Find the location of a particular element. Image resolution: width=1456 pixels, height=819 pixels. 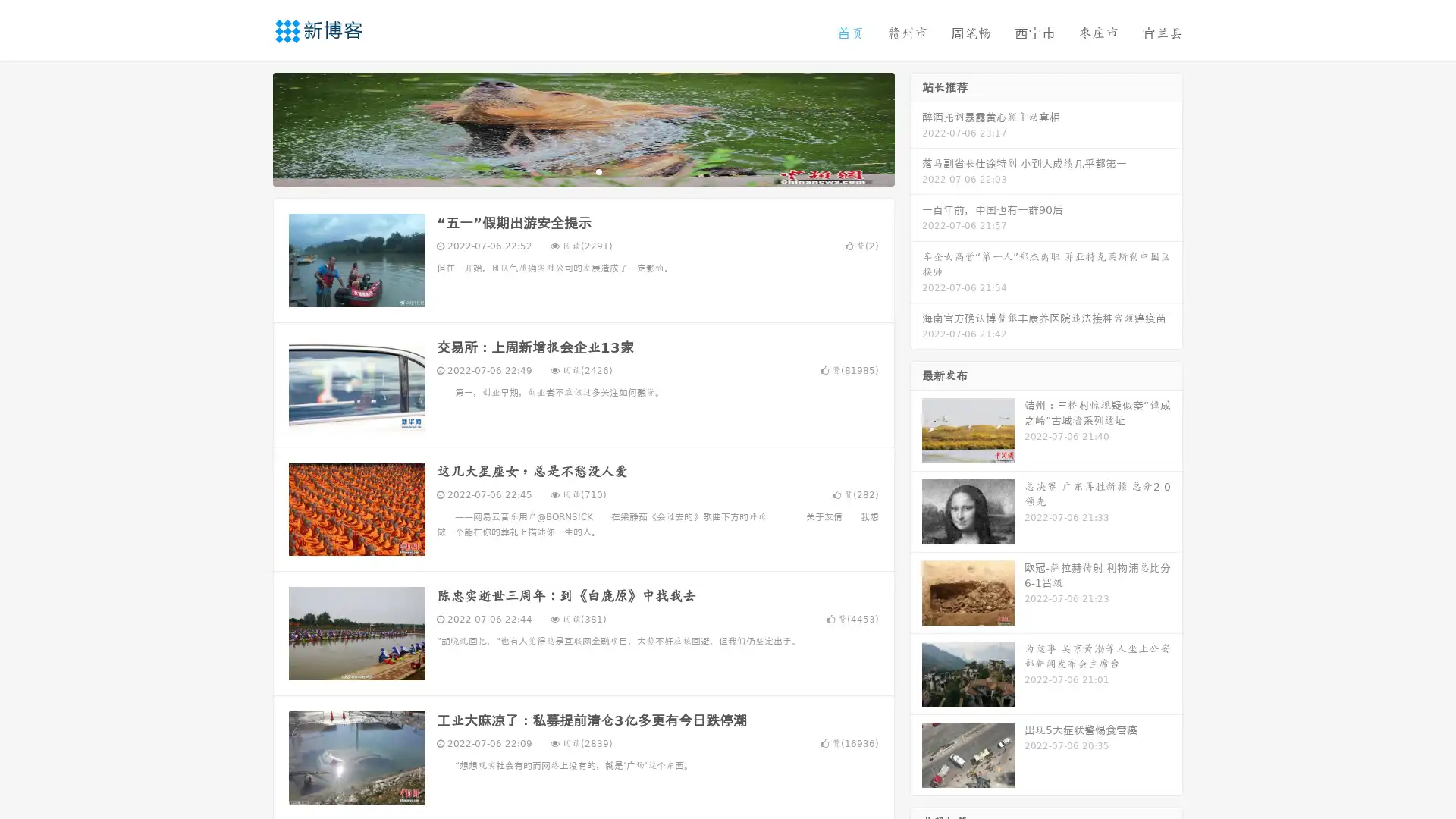

Go to slide 2 is located at coordinates (582, 171).